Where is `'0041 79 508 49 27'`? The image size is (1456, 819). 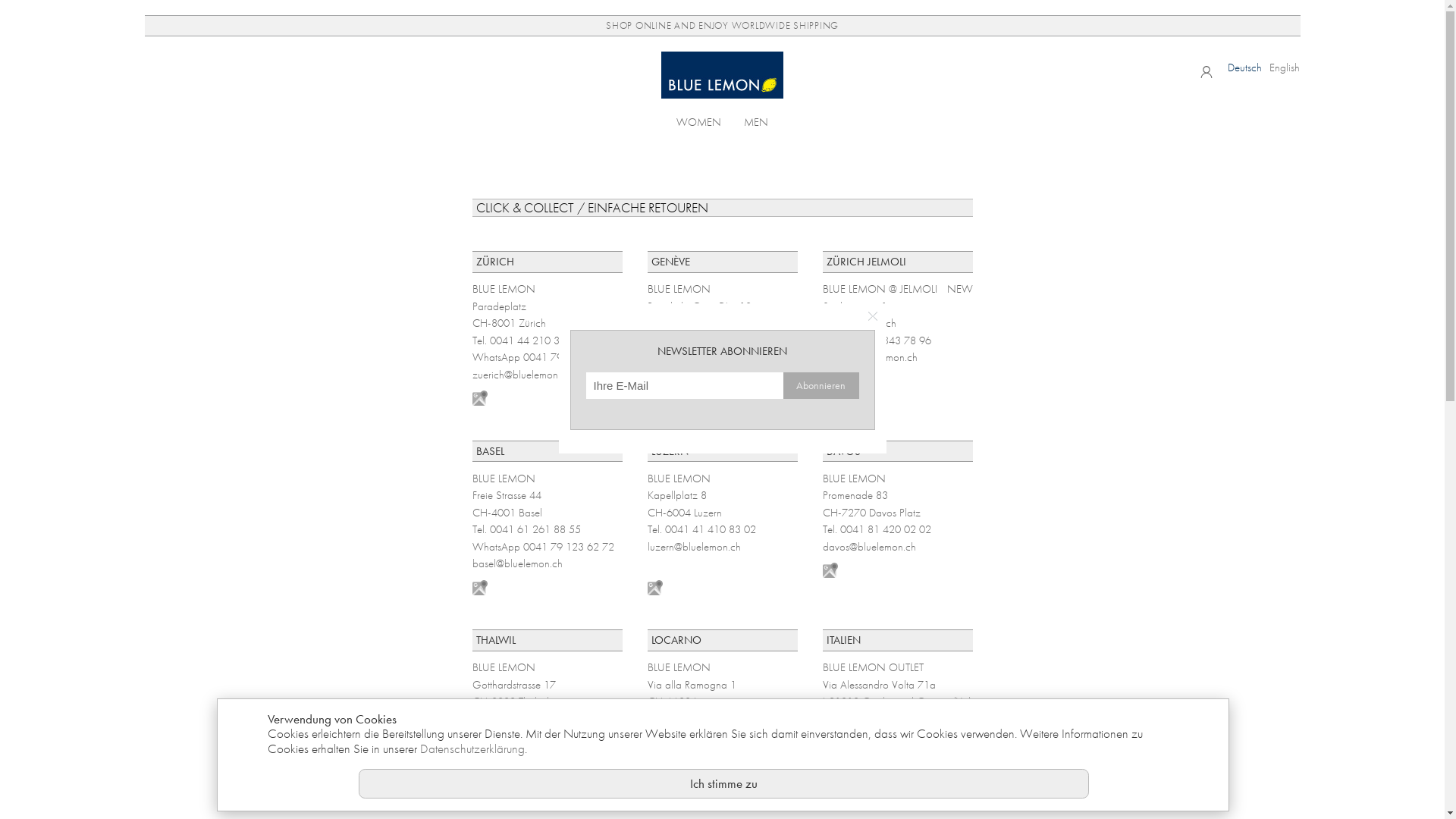
'0041 79 508 49 27' is located at coordinates (742, 356).